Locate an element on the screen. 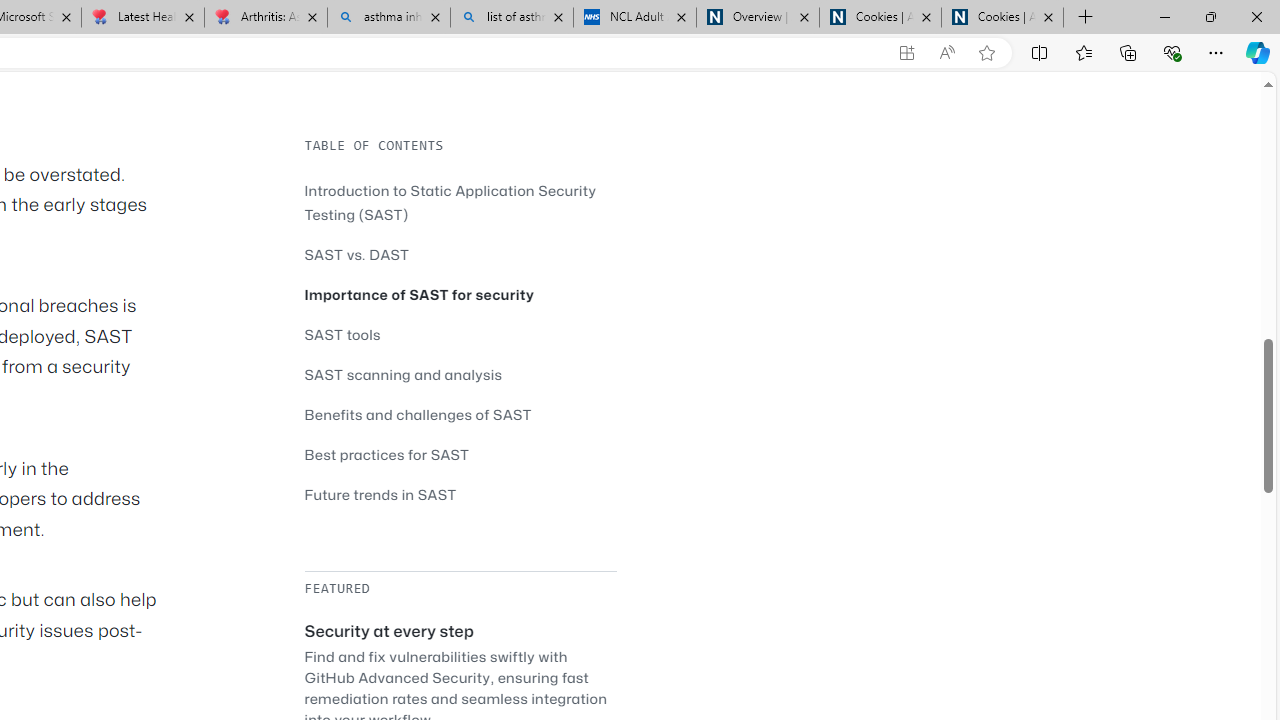 The height and width of the screenshot is (720, 1280). 'Benefits and challenges of SAST' is located at coordinates (459, 413).